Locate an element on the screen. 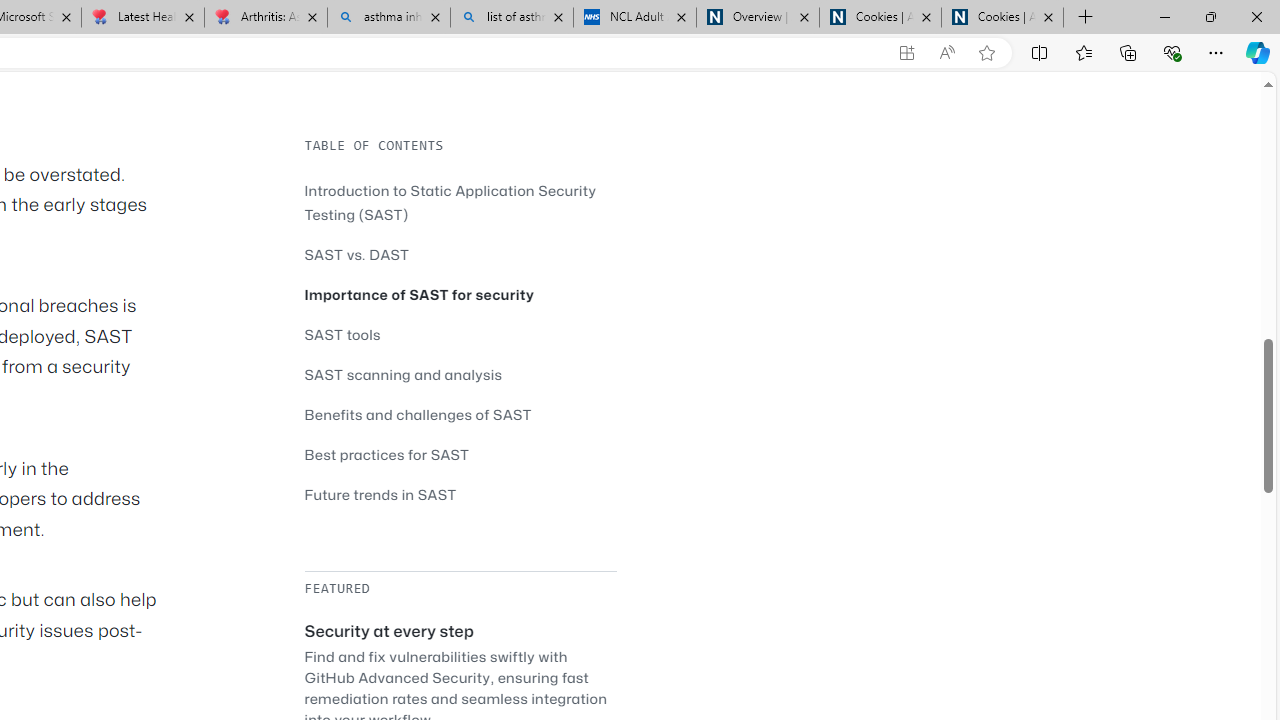 The height and width of the screenshot is (720, 1280). 'Benefits and challenges of SAST' is located at coordinates (459, 413).